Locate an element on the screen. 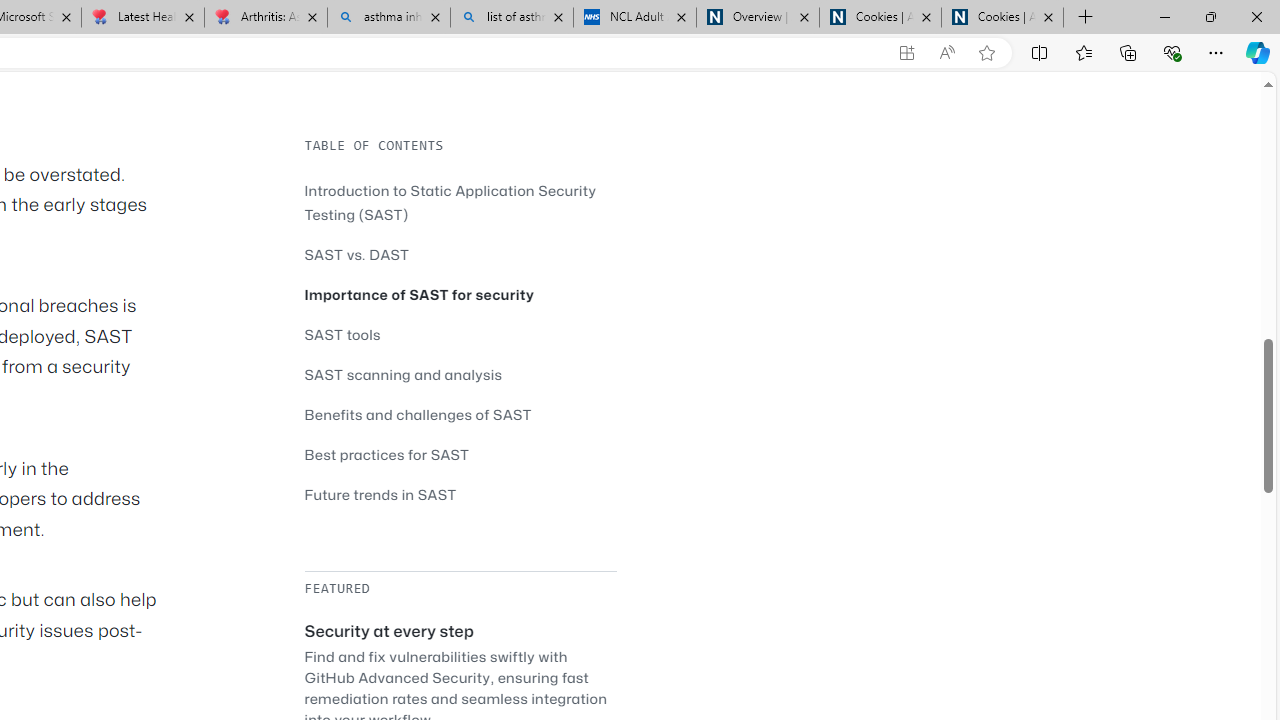 The height and width of the screenshot is (720, 1280). 'Benefits and challenges of SAST' is located at coordinates (459, 413).